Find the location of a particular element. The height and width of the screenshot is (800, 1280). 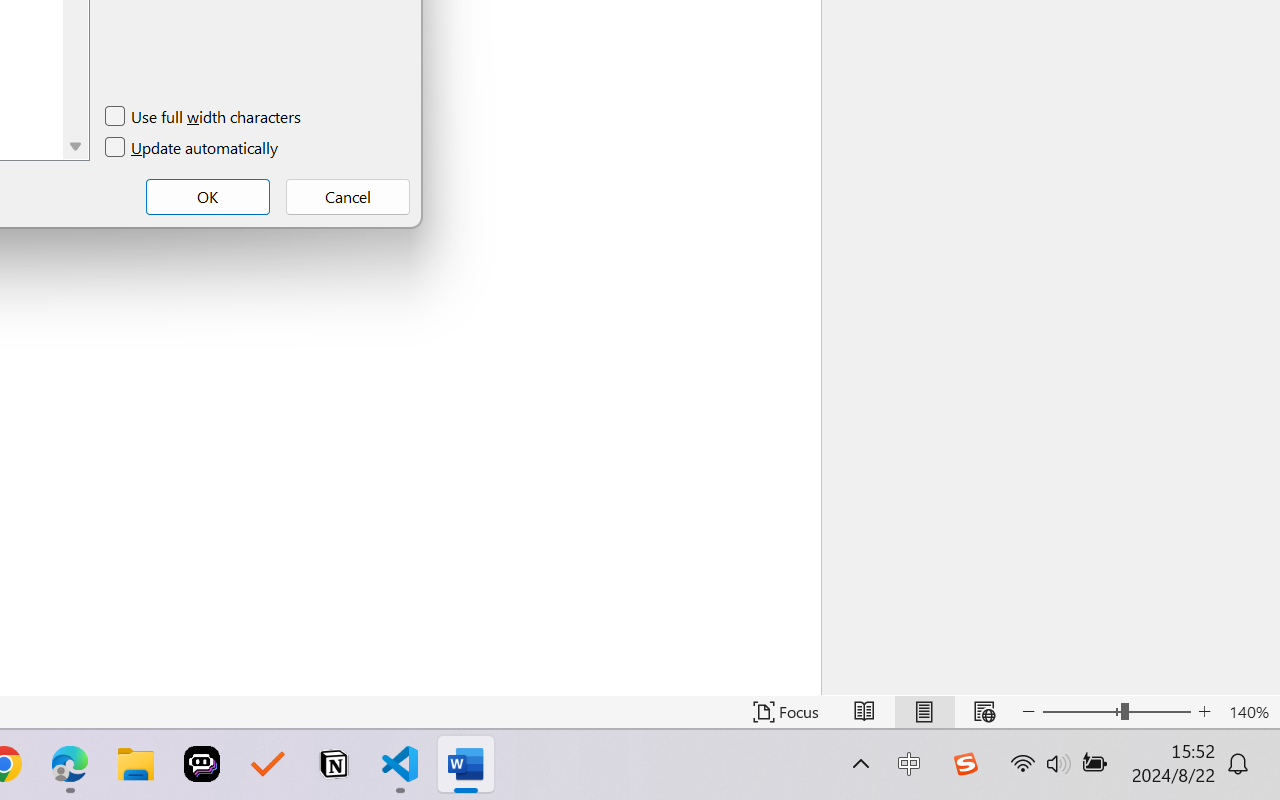

'OK' is located at coordinates (208, 195).